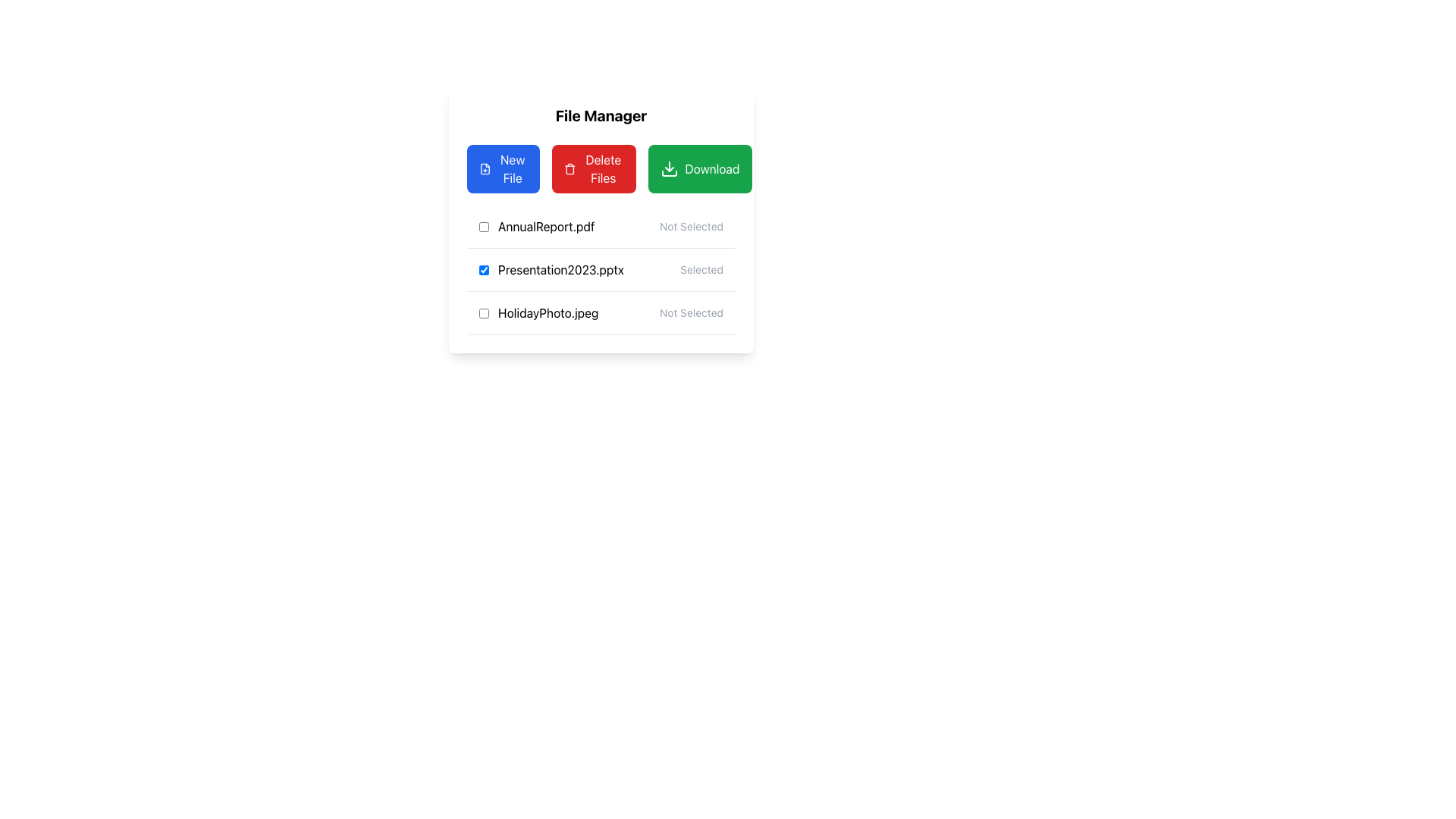 This screenshot has width=1456, height=819. Describe the element at coordinates (691, 312) in the screenshot. I see `the 'Not Selected' label, which displays in a small, gray font and is located to the right of the 'HolidayPhoto.jpeg' entry in the file manager list` at that location.